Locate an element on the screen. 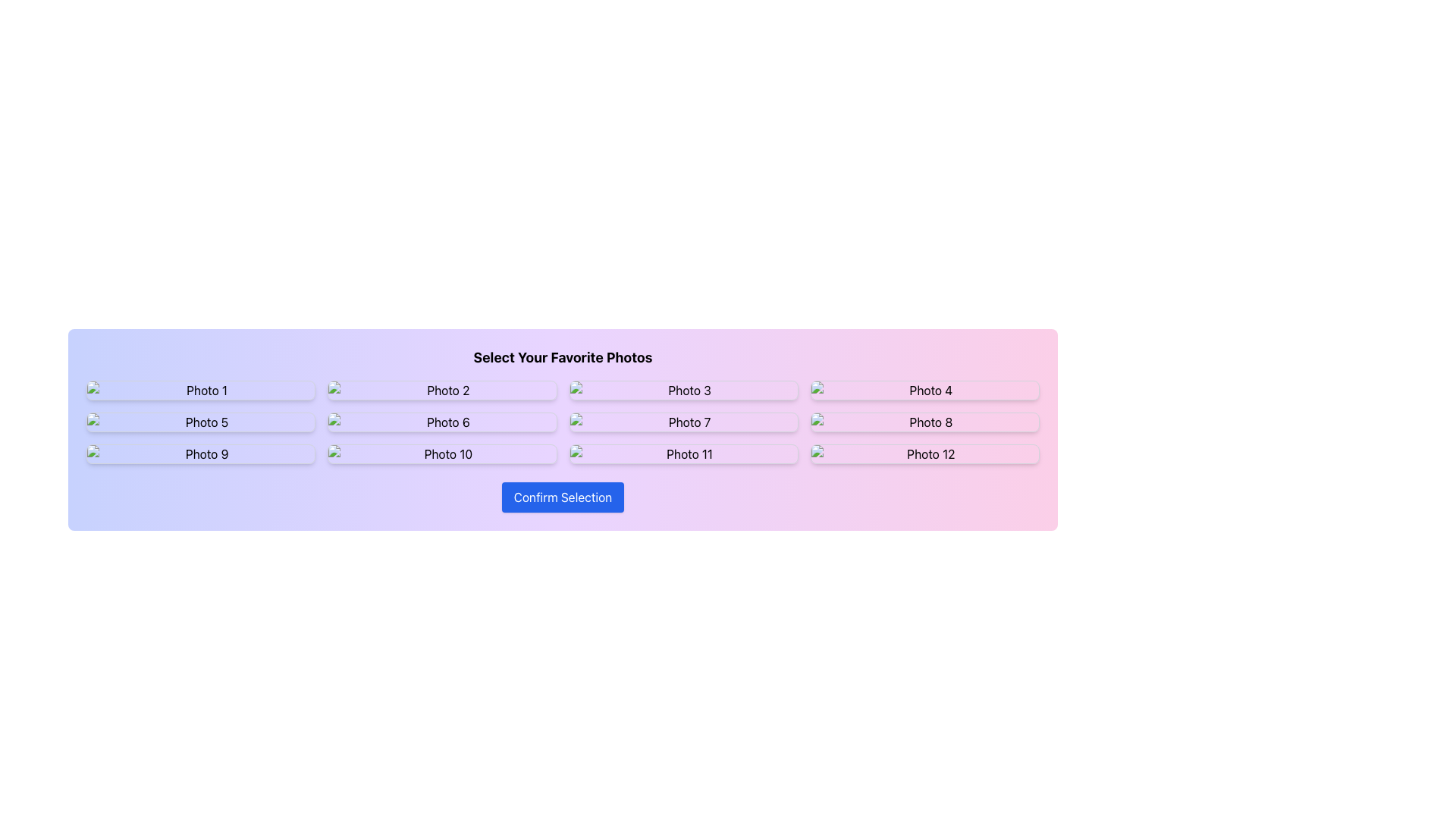 This screenshot has height=819, width=1456. the selectable card in the second row, first column of the grid layout is located at coordinates (200, 422).